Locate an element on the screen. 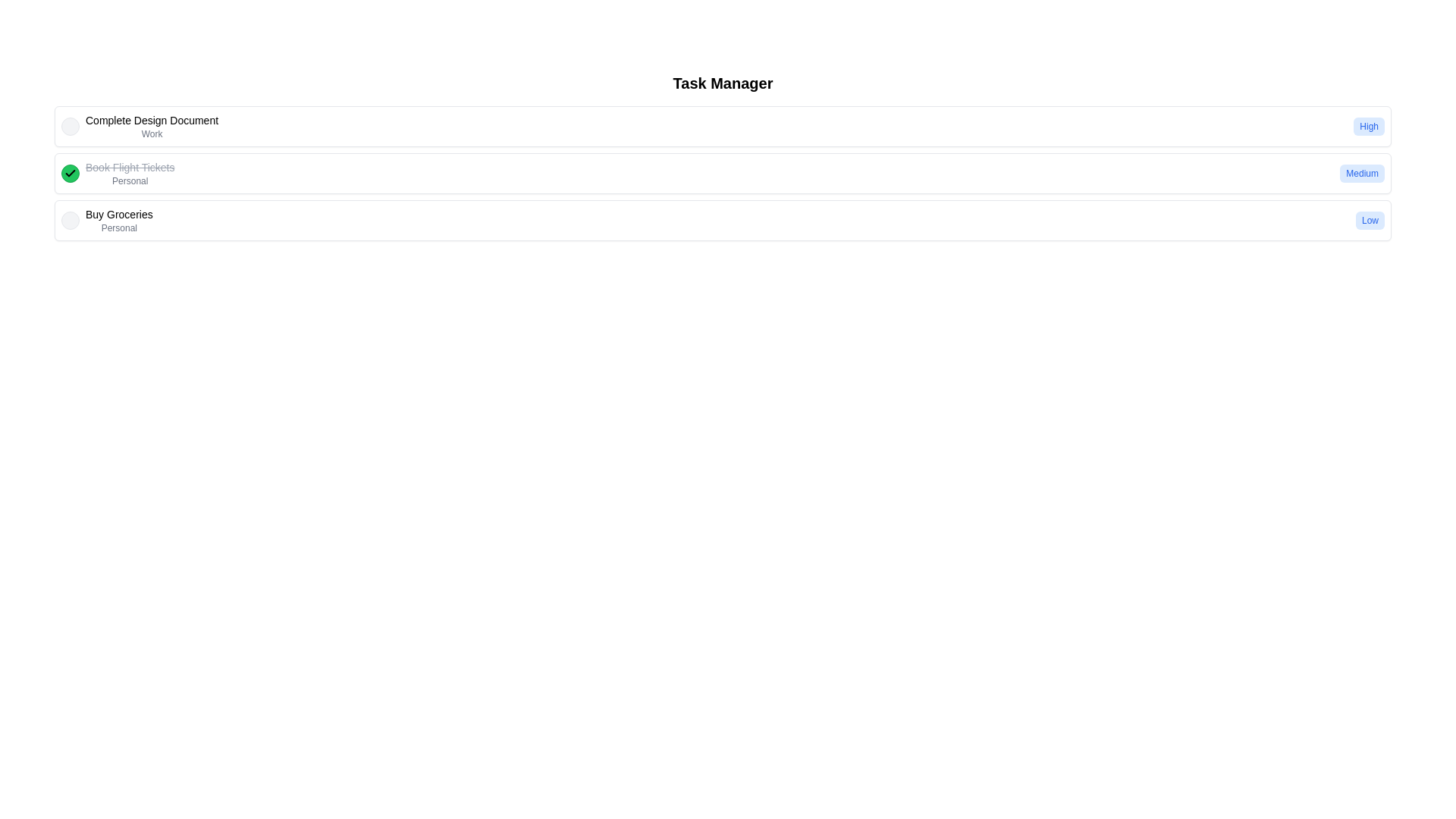 Image resolution: width=1456 pixels, height=819 pixels. the 'Buy Groceries' task item in the Task Manager is located at coordinates (106, 220).